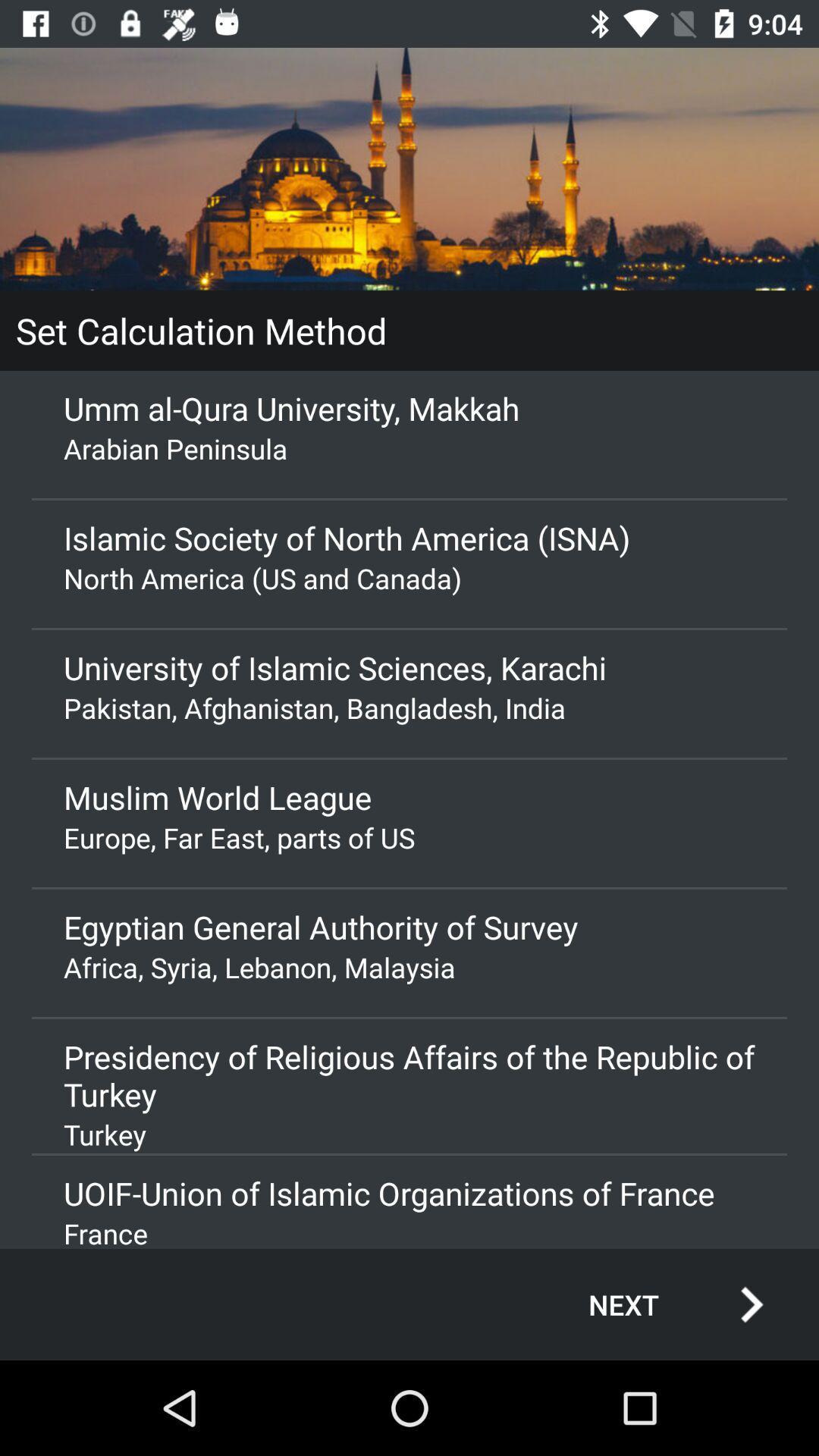 Image resolution: width=819 pixels, height=1456 pixels. Describe the element at coordinates (409, 447) in the screenshot. I see `the arabian peninsula item` at that location.